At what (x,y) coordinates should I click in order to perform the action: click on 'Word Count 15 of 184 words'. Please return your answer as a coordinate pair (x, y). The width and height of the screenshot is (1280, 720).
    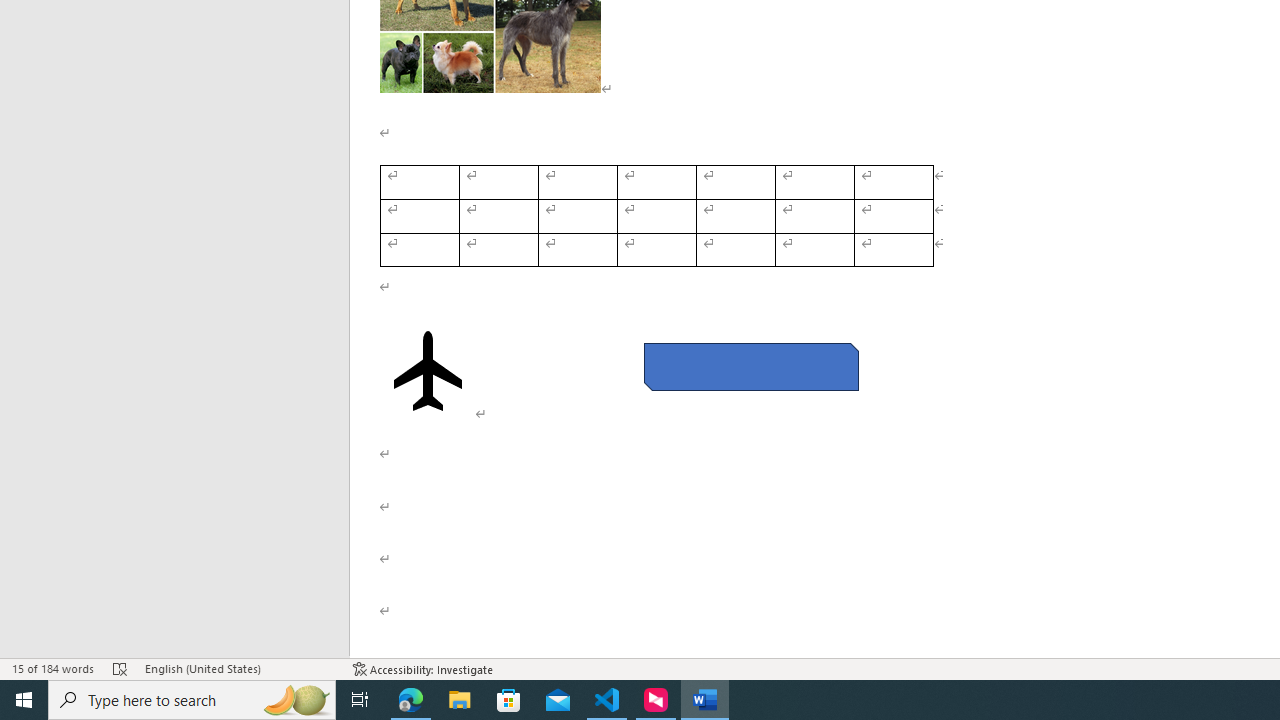
    Looking at the image, I should click on (53, 669).